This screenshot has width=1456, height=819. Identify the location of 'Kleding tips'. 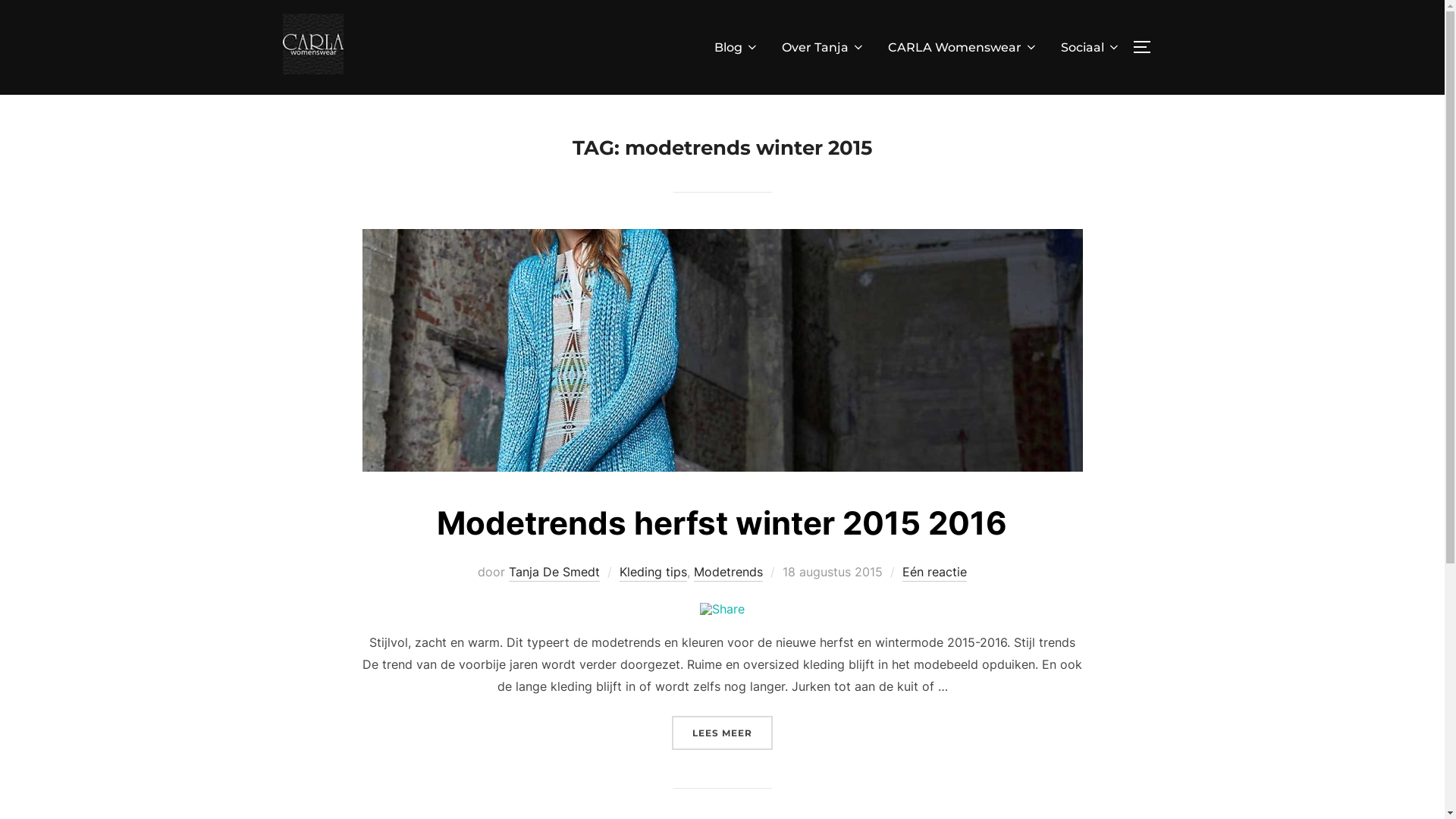
(653, 573).